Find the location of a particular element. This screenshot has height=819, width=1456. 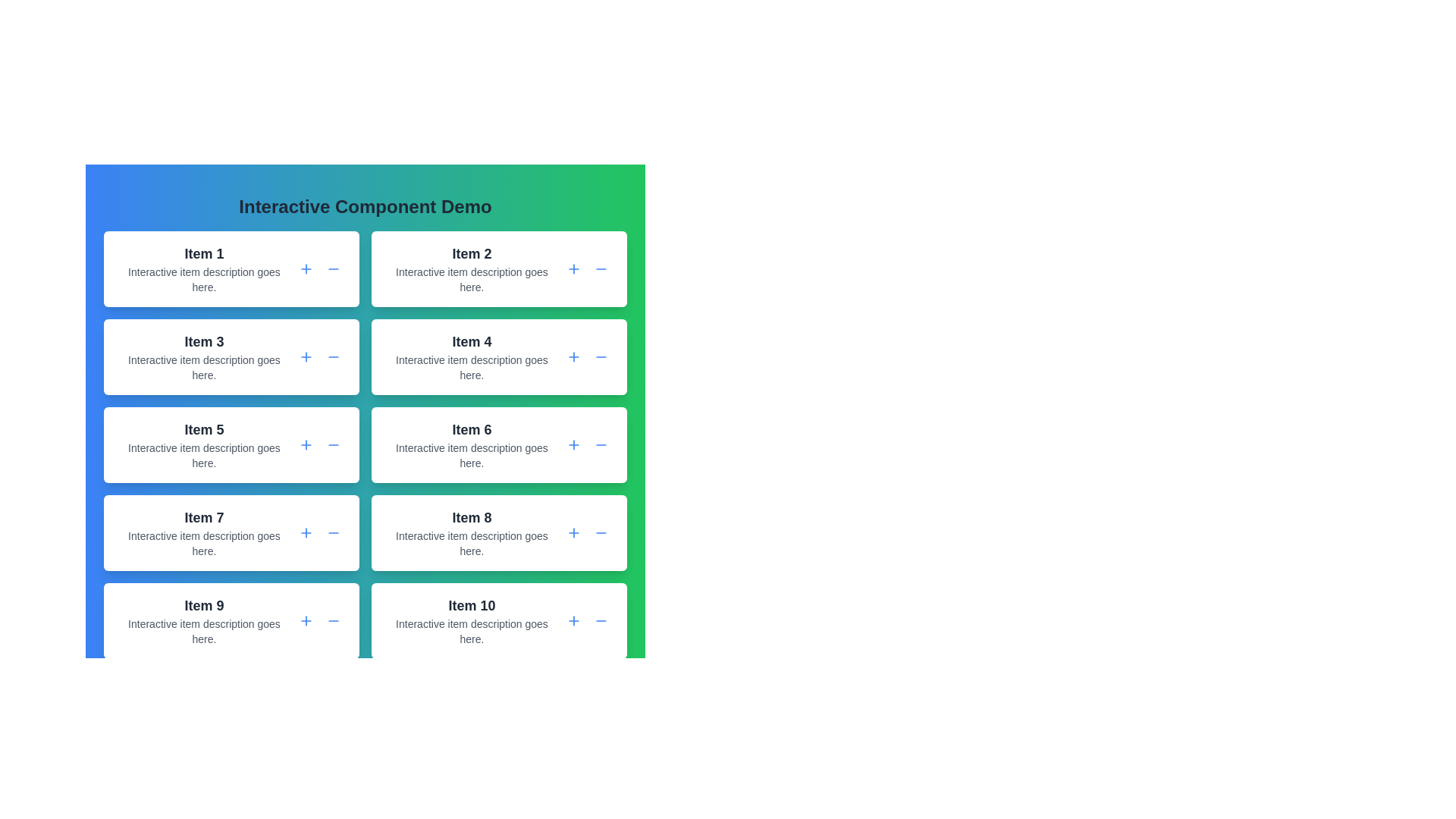

the 'Item 6' text label, which is displayed in bold and larger font as the title of the sixth card in a grid layout, to trigger a tooltip is located at coordinates (471, 430).